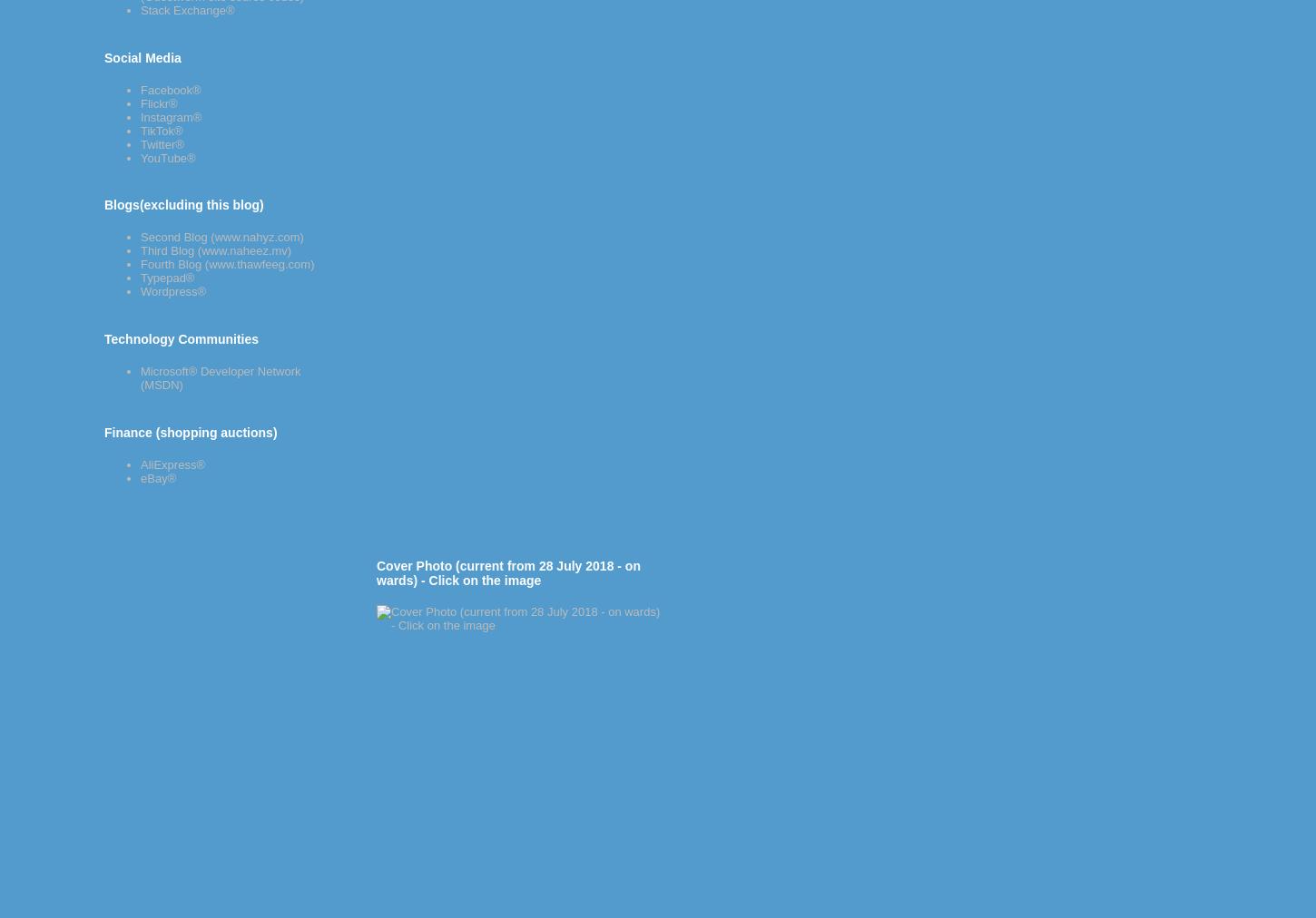  I want to click on 'Finance (shopping auctions)', so click(189, 432).